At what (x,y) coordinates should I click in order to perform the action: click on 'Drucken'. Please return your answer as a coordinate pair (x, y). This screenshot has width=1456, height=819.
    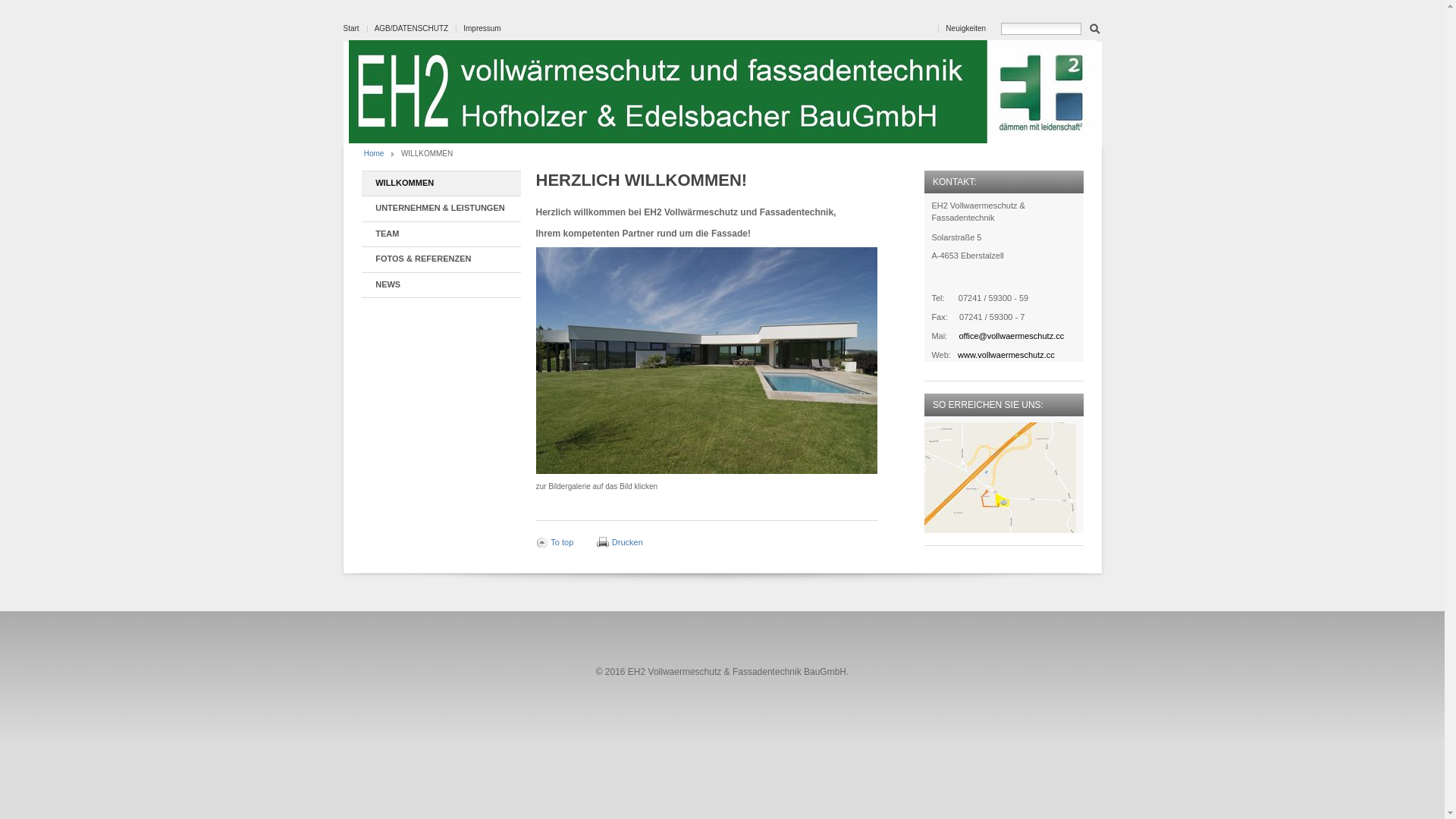
    Looking at the image, I should click on (620, 541).